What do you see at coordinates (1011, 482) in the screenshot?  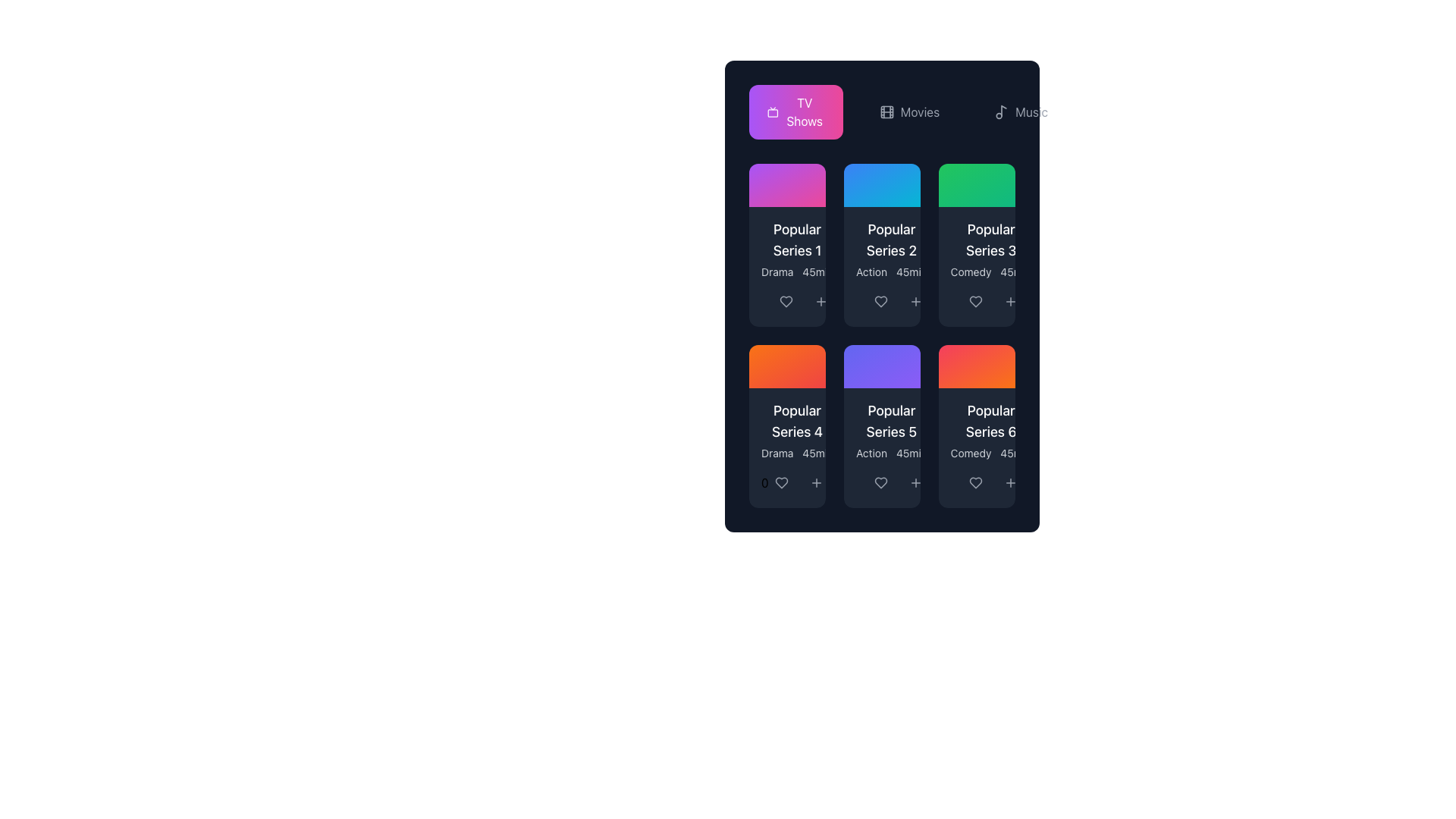 I see `the small interactive plus sign button located at the bottom-right corner of the 'Popular Series 6' card, which changes color to white when hovered over` at bounding box center [1011, 482].